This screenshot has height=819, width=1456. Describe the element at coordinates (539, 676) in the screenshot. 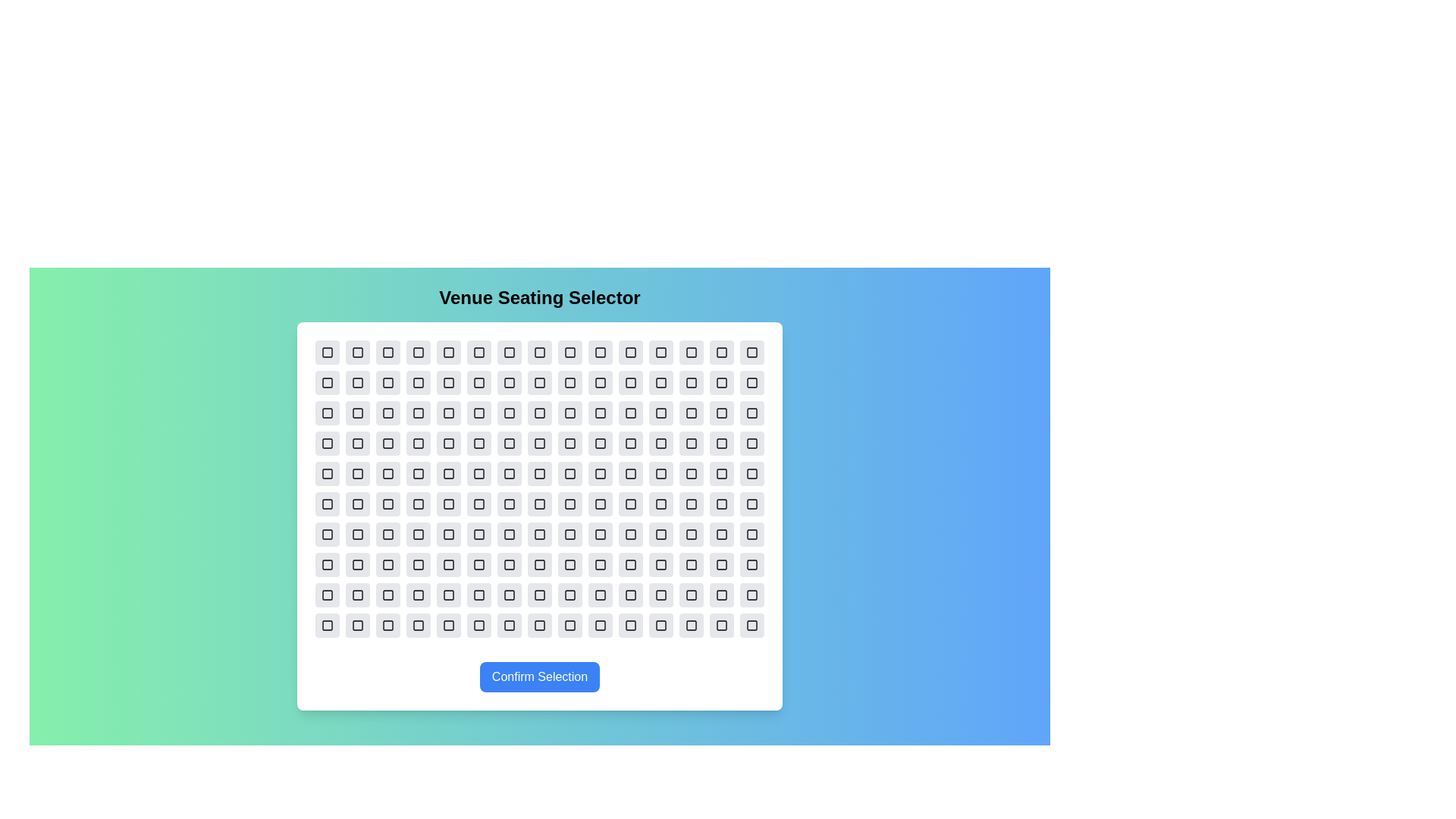

I see `'Confirm Selection' button` at that location.